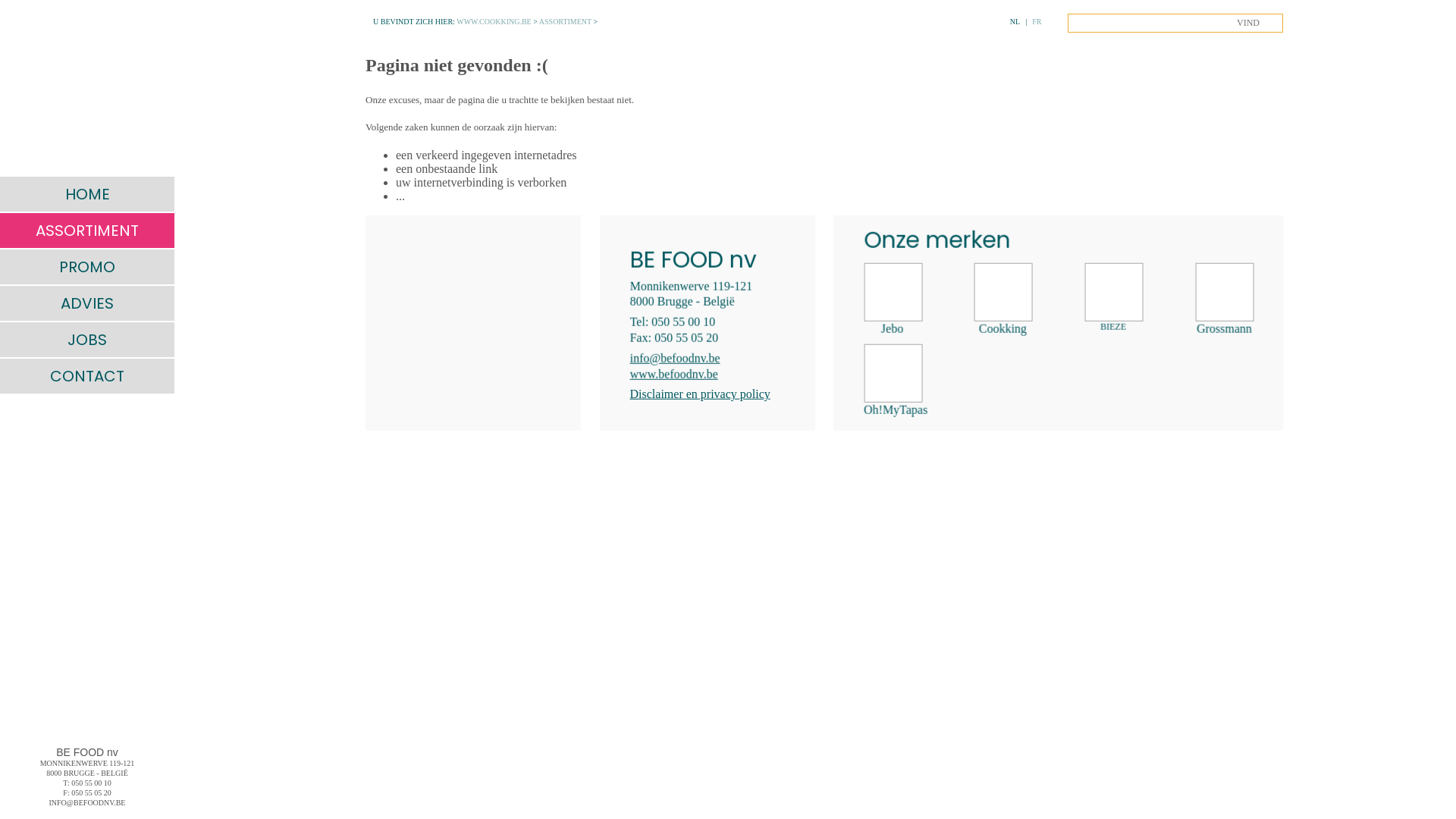 Image resolution: width=1456 pixels, height=819 pixels. What do you see at coordinates (1036, 21) in the screenshot?
I see `'FR'` at bounding box center [1036, 21].